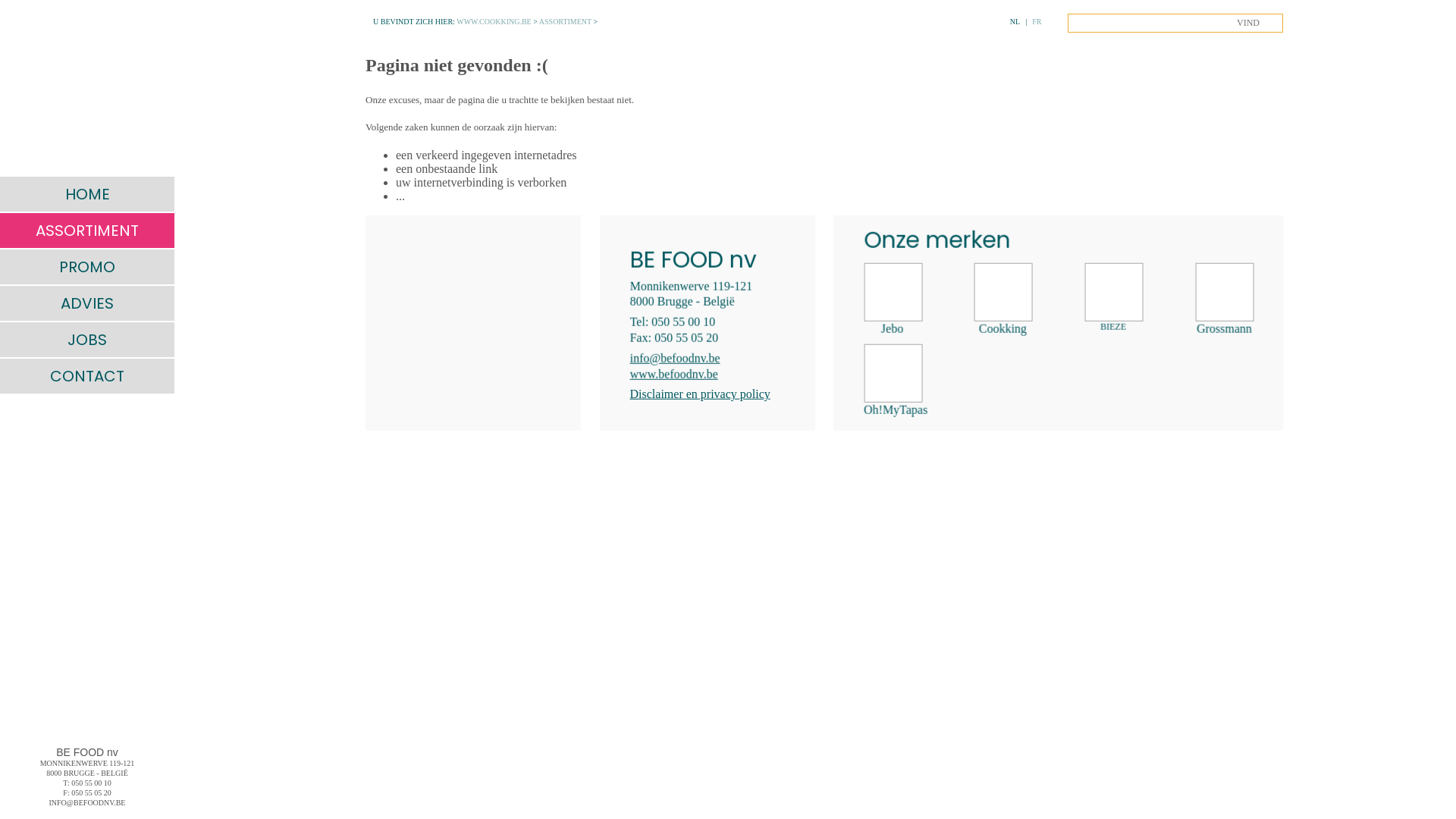 Image resolution: width=1456 pixels, height=819 pixels. What do you see at coordinates (1036, 21) in the screenshot?
I see `'FR'` at bounding box center [1036, 21].